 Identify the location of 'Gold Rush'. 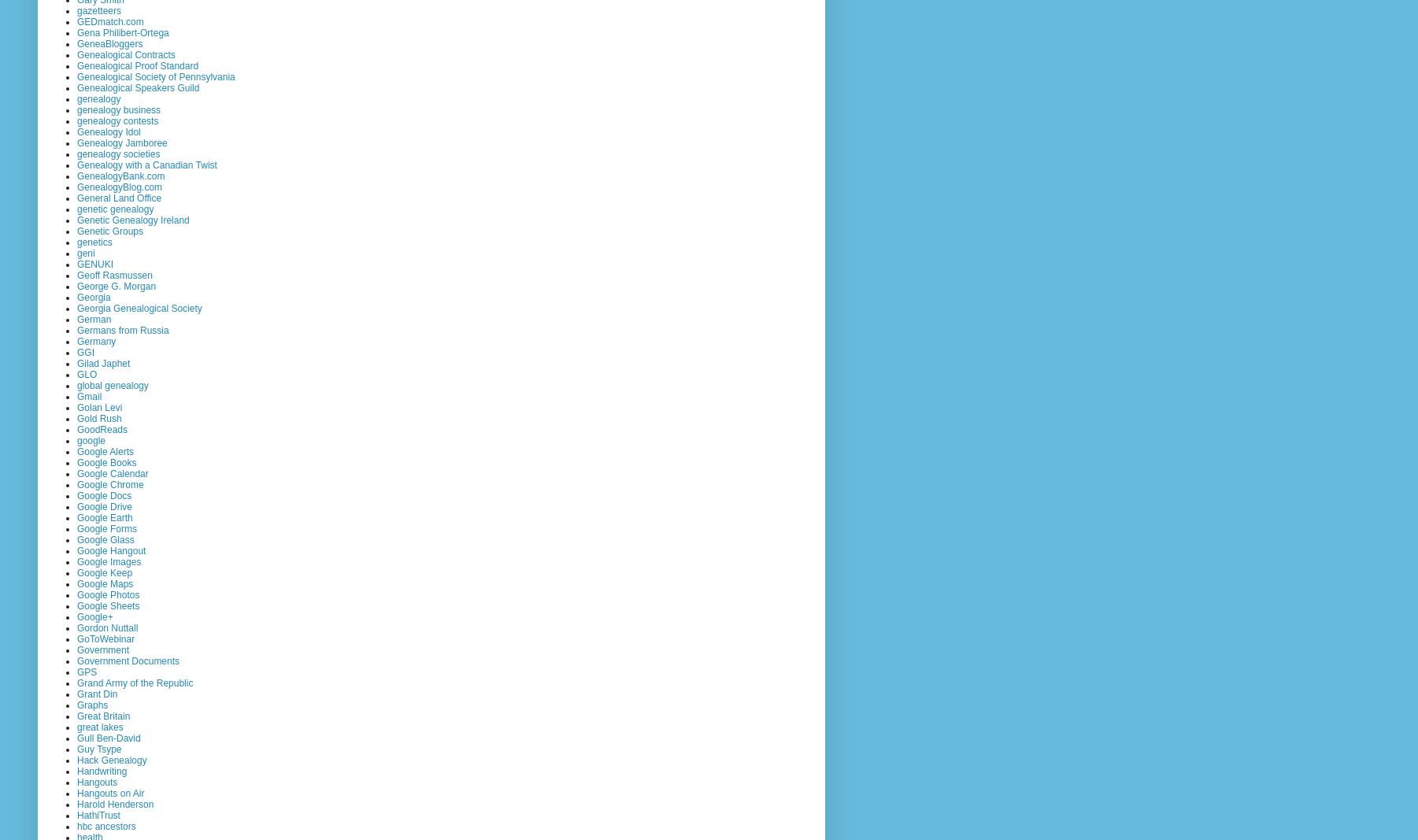
(99, 417).